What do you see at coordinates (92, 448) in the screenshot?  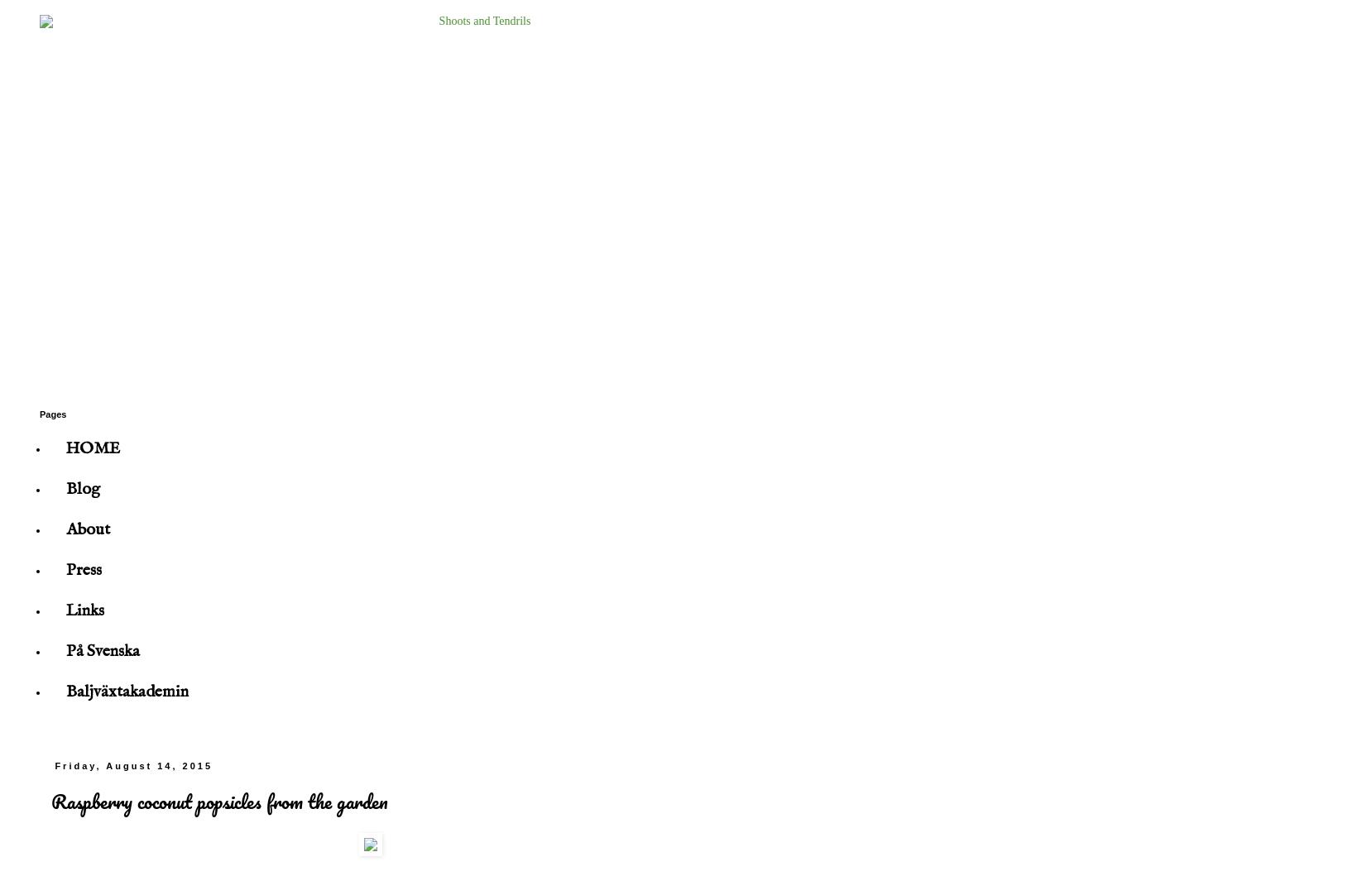 I see `'HOME'` at bounding box center [92, 448].